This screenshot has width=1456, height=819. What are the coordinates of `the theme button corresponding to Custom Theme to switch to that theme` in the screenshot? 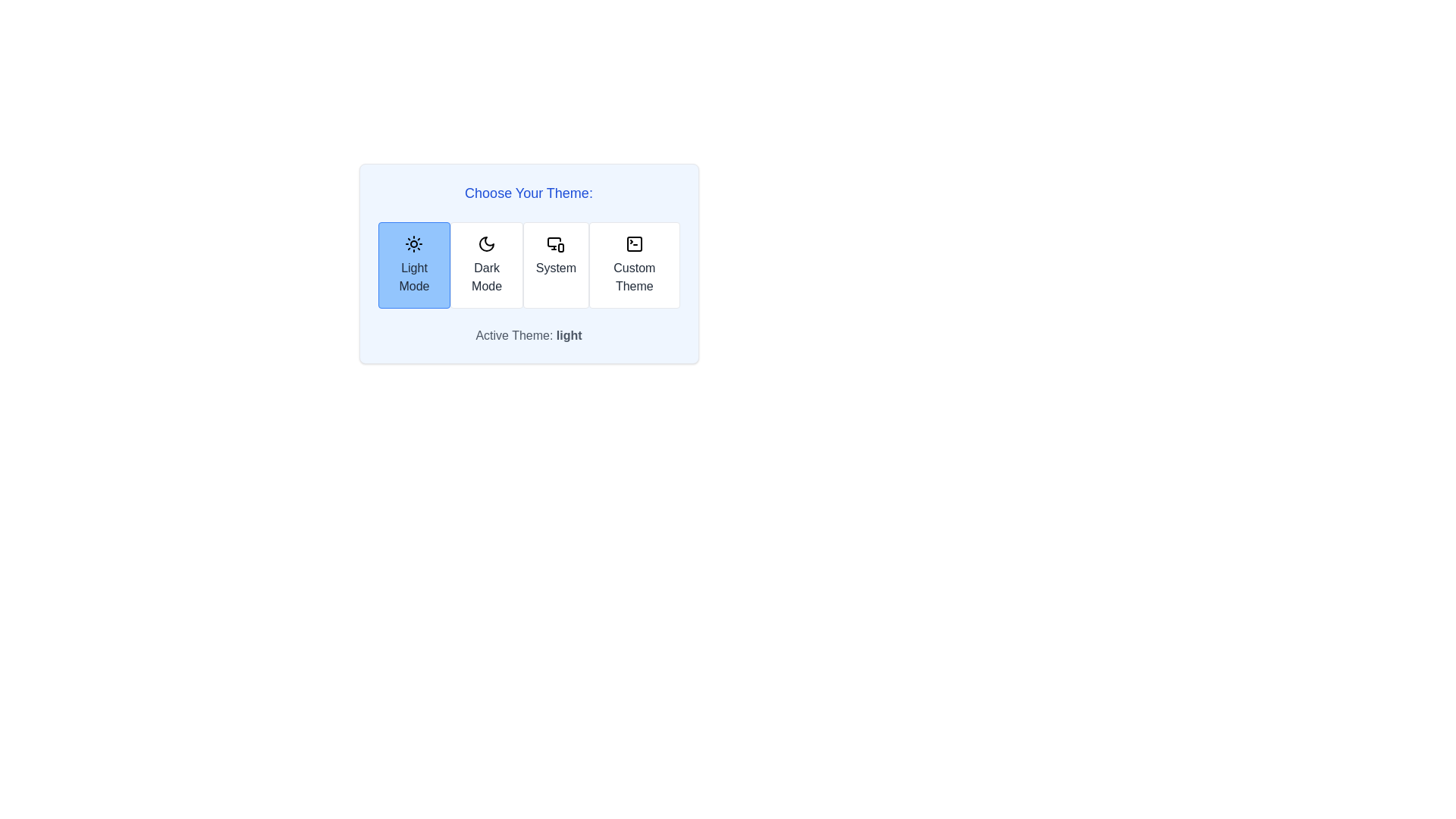 It's located at (633, 265).